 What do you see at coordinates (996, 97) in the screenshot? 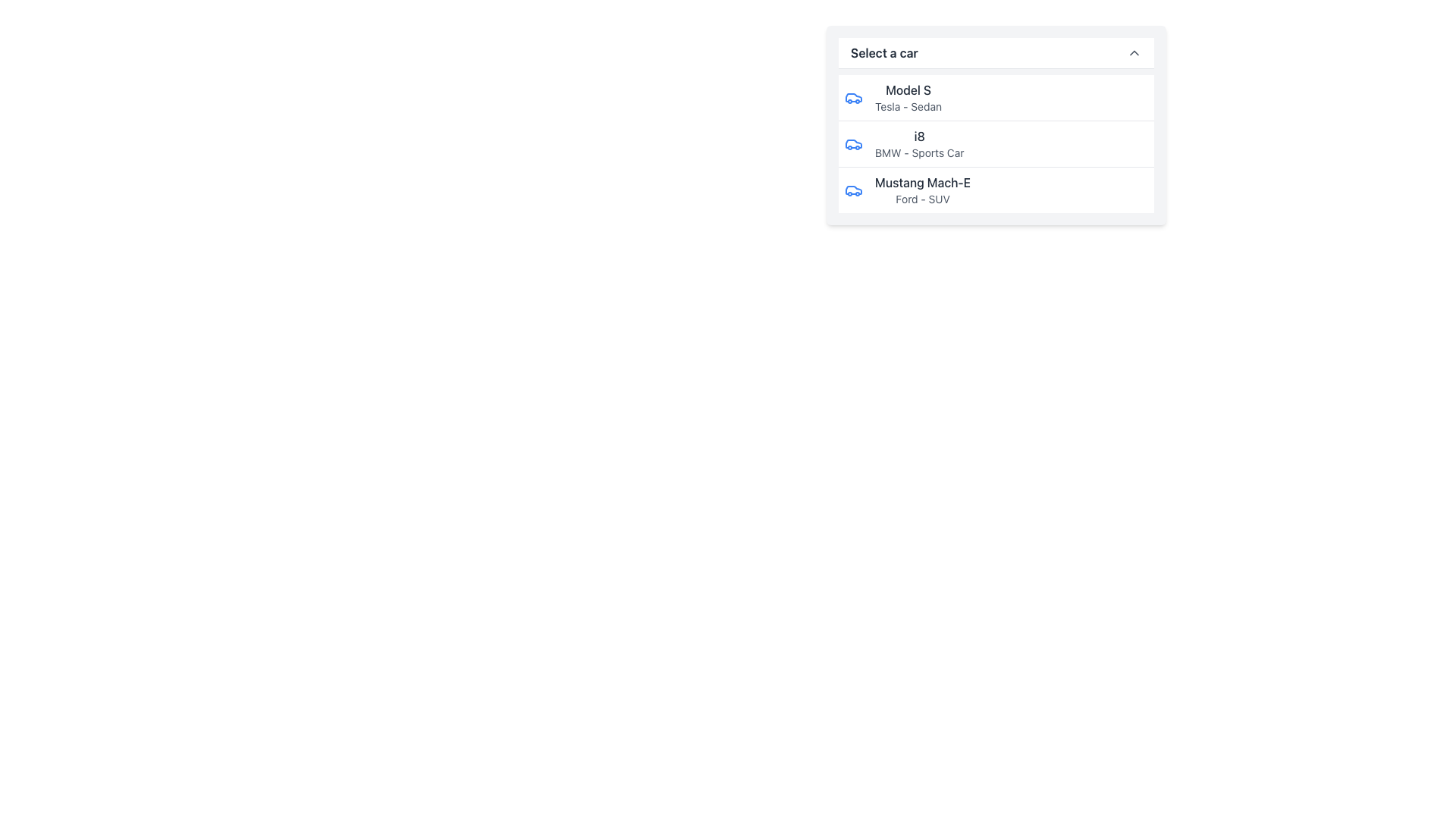
I see `the first list item in the selectable car list for 'Model S - Tesla - Sedan'` at bounding box center [996, 97].